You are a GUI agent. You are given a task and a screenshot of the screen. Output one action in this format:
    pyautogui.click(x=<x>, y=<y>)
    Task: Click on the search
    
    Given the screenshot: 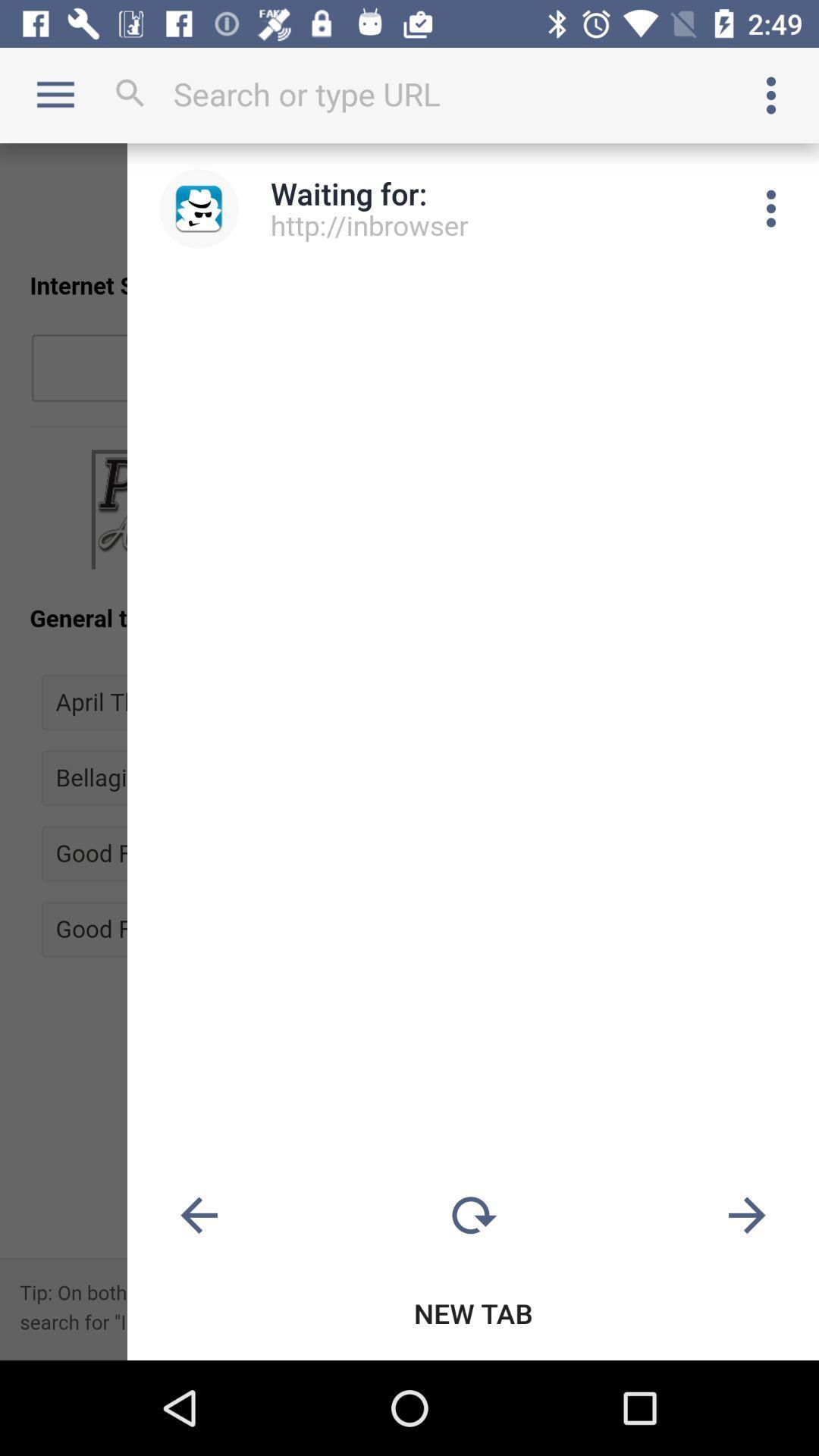 What is the action you would take?
    pyautogui.click(x=409, y=93)
    